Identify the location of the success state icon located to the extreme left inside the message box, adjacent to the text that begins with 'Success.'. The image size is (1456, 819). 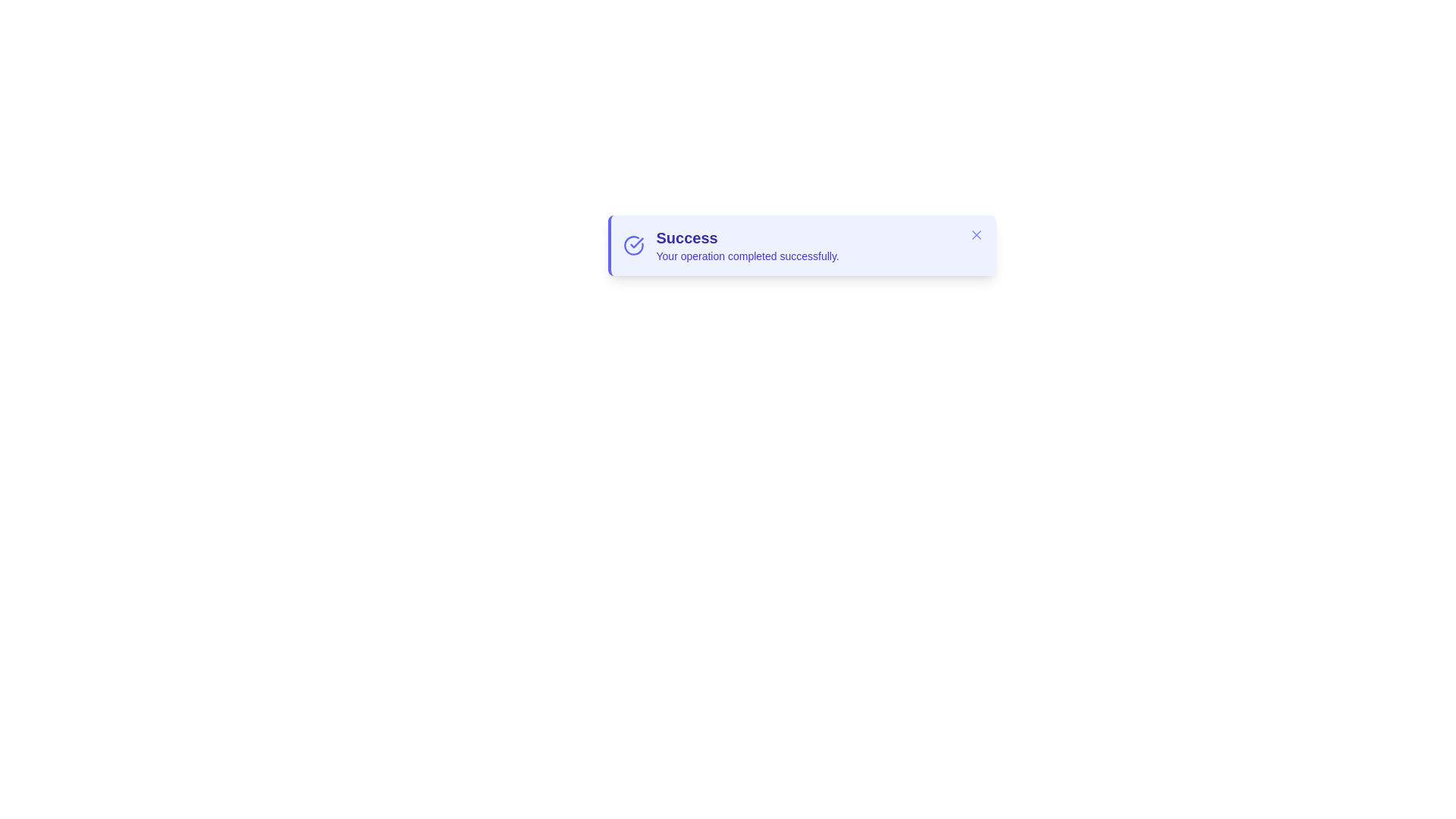
(633, 245).